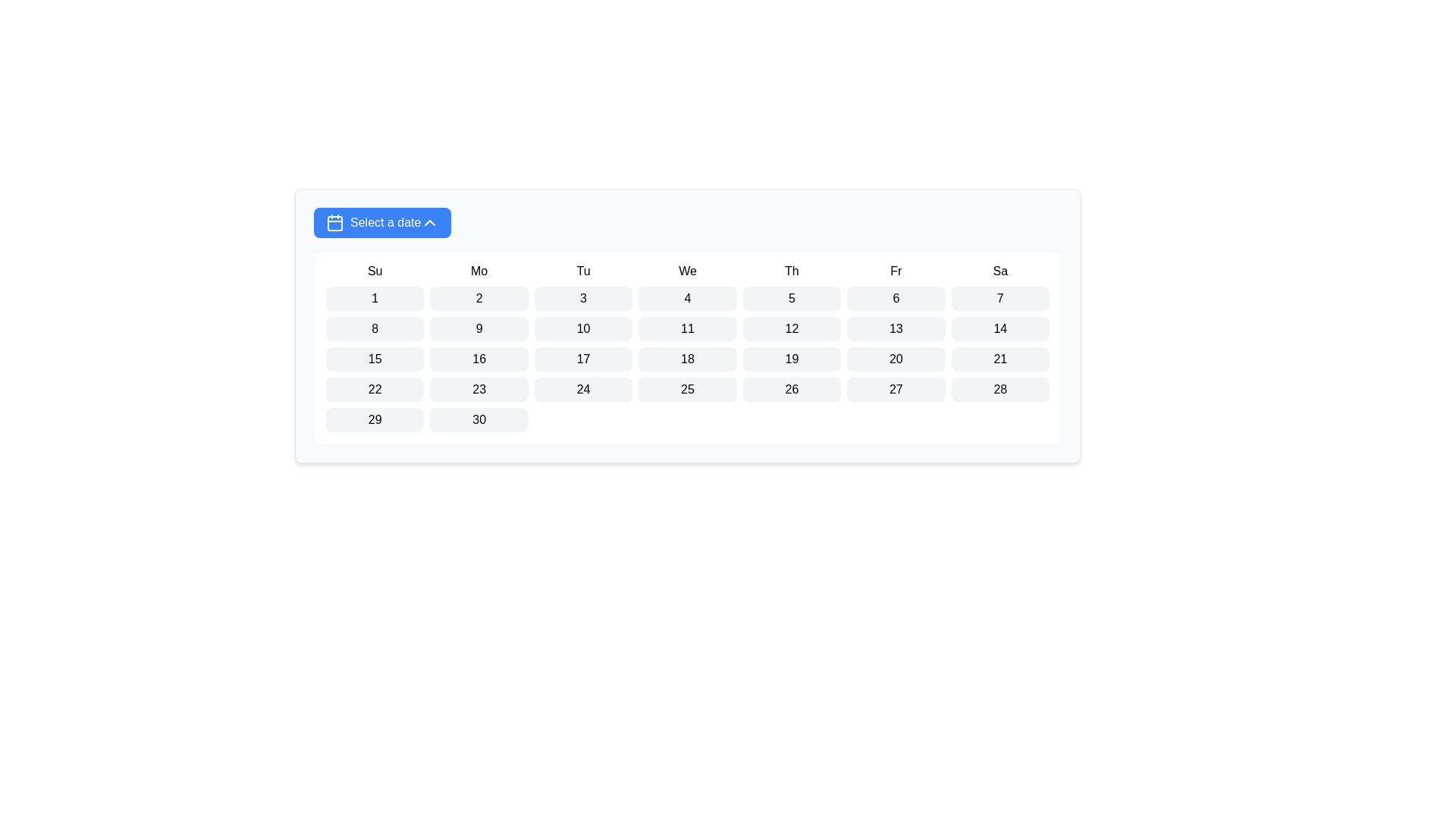  Describe the element at coordinates (1000, 328) in the screenshot. I see `the button that allows users to select the day '14'` at that location.